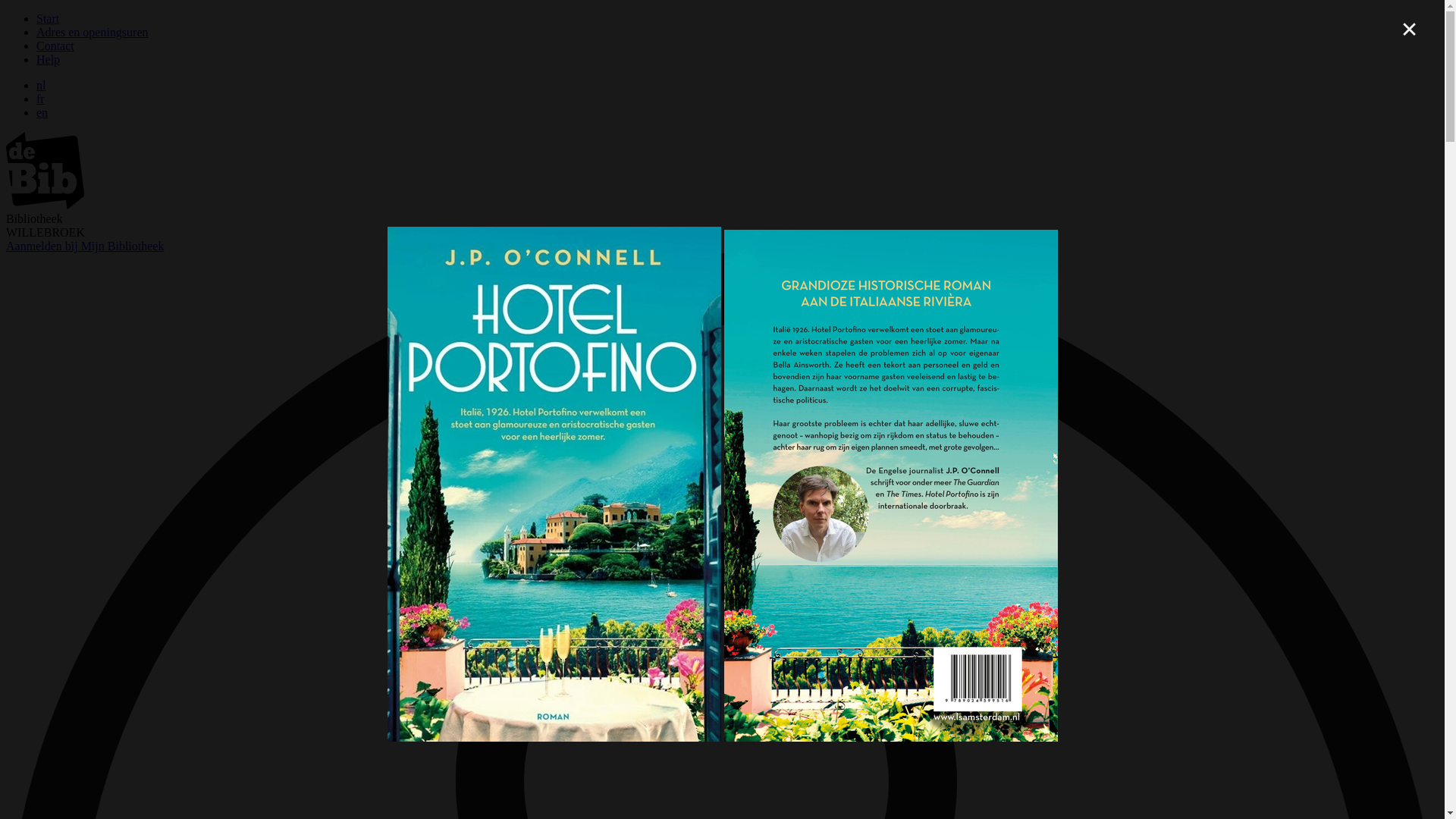 Image resolution: width=1456 pixels, height=819 pixels. I want to click on 'Start', so click(36, 18).